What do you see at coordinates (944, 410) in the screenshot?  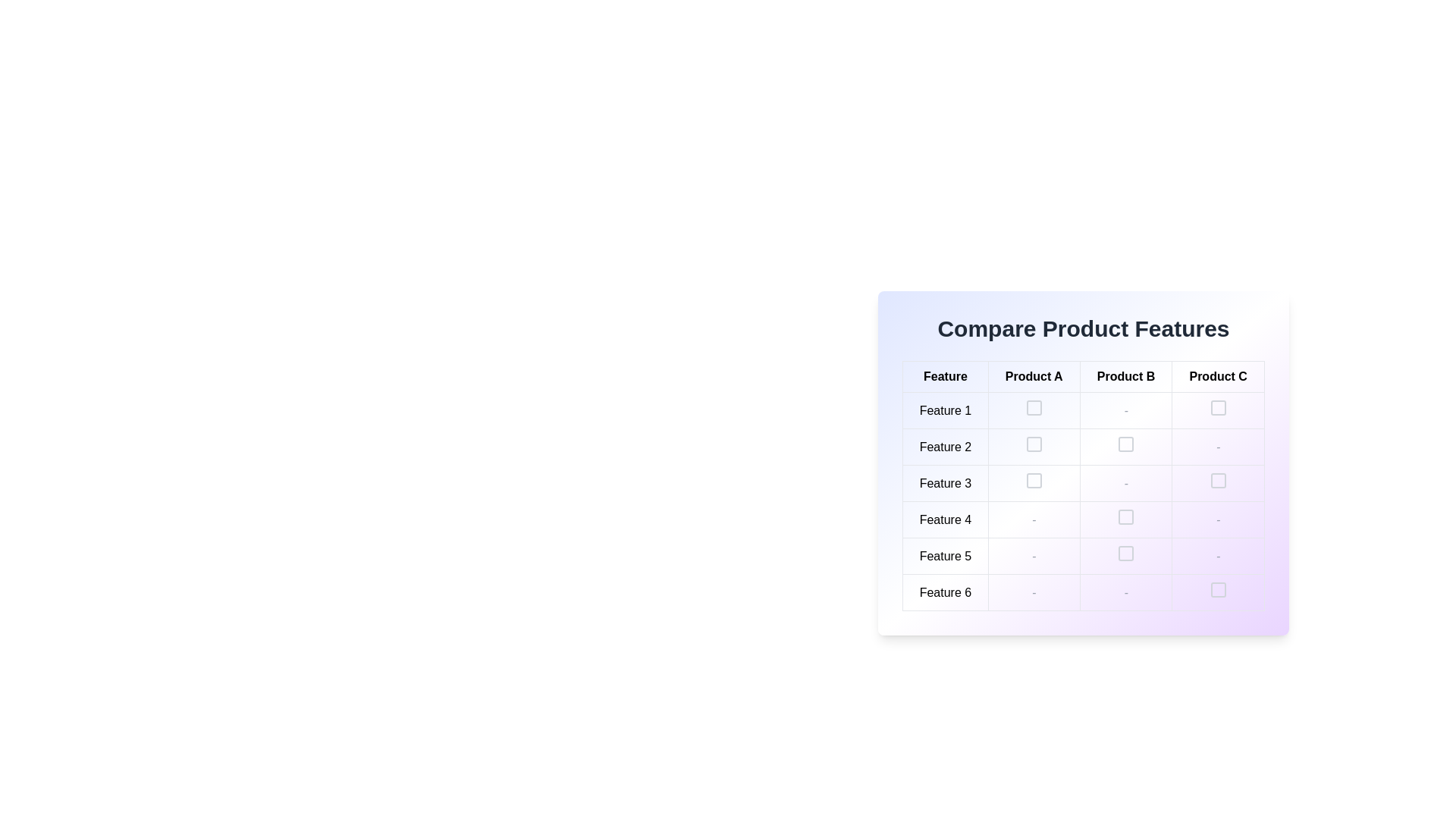 I see `the text label styled as a table cell containing 'Feature 1', which is located in the first row under the 'Feature' column of the product comparison table` at bounding box center [944, 410].